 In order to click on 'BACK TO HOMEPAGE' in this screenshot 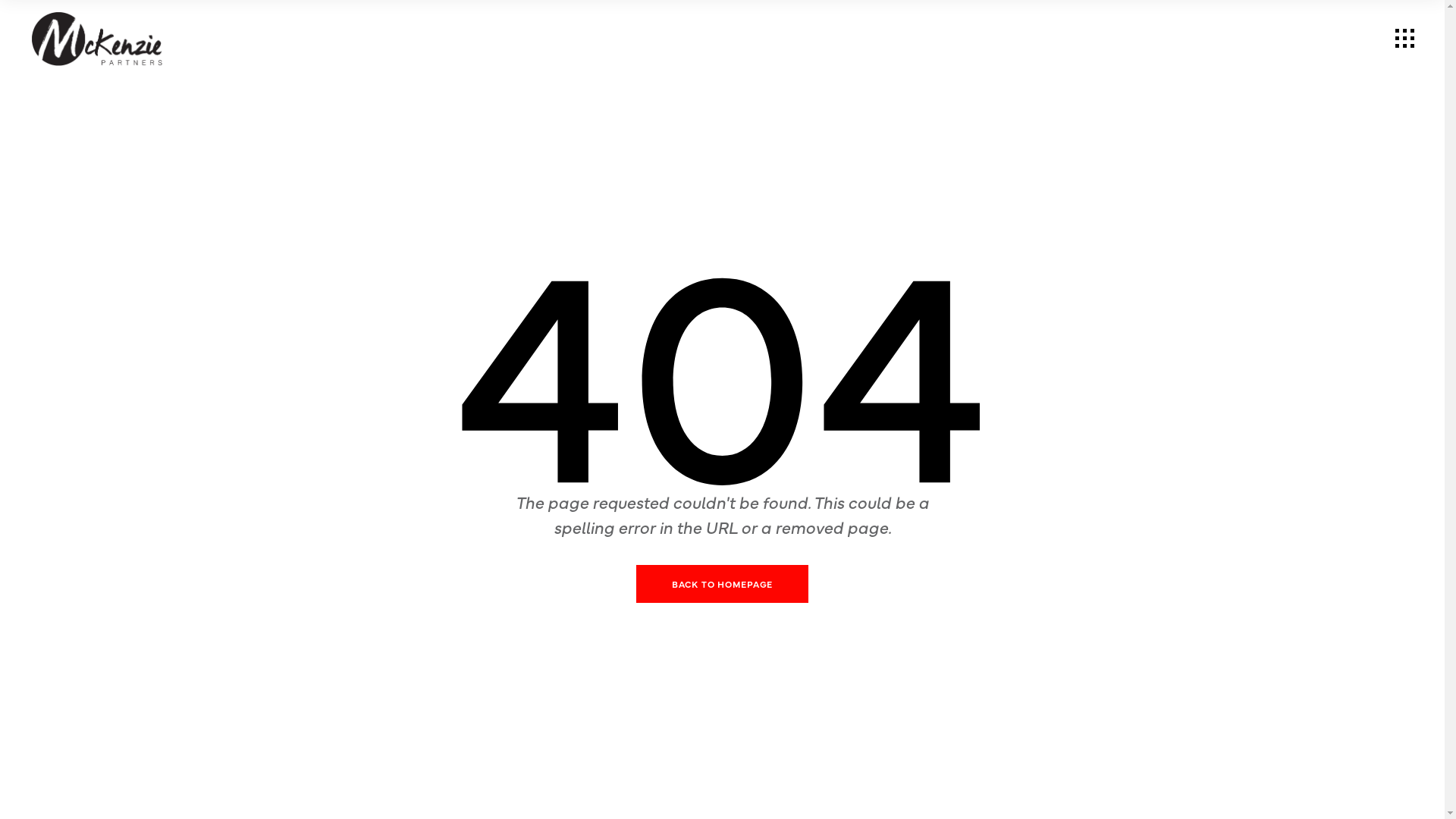, I will do `click(721, 583)`.